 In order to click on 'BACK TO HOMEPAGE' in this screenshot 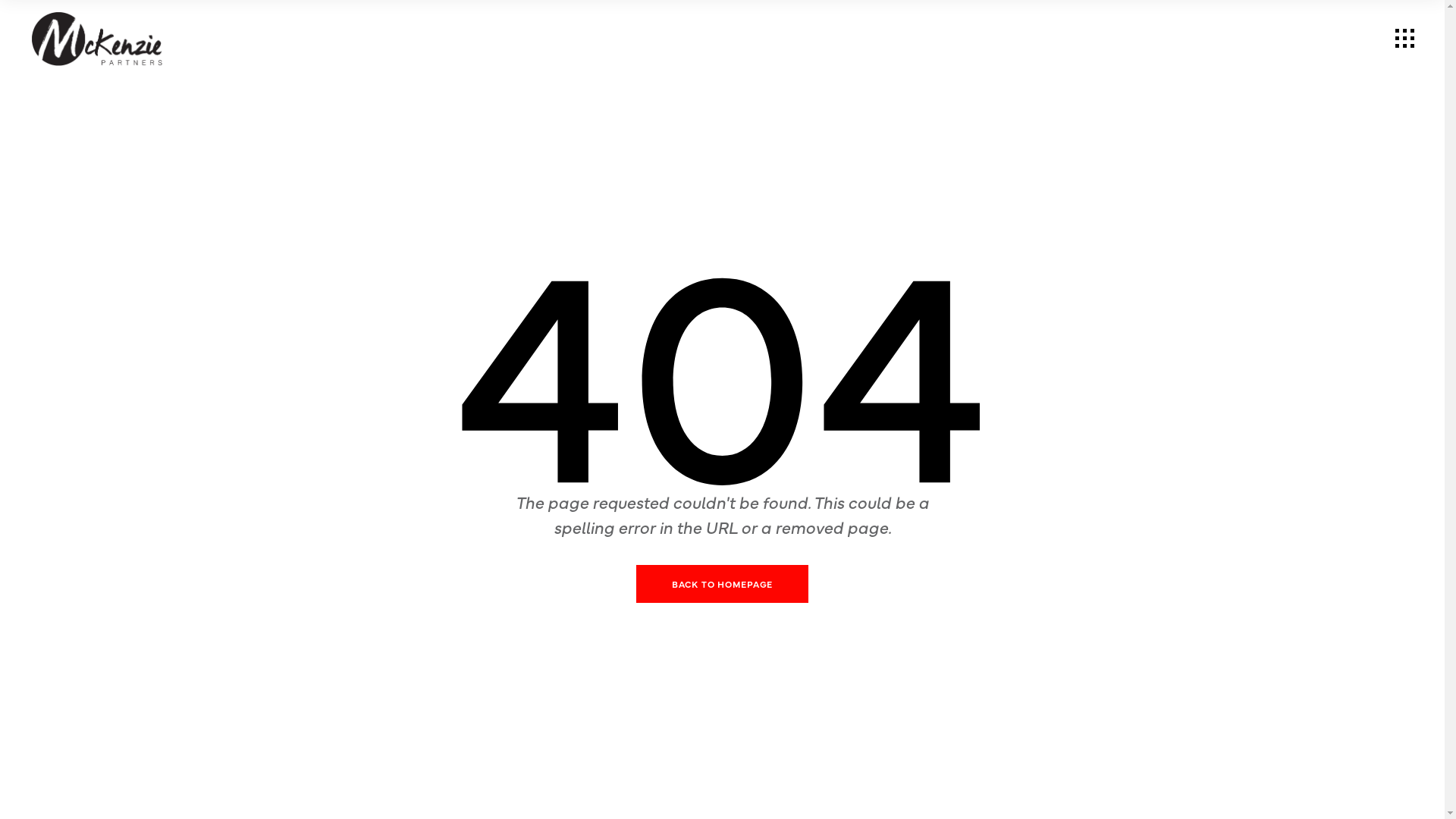, I will do `click(721, 583)`.